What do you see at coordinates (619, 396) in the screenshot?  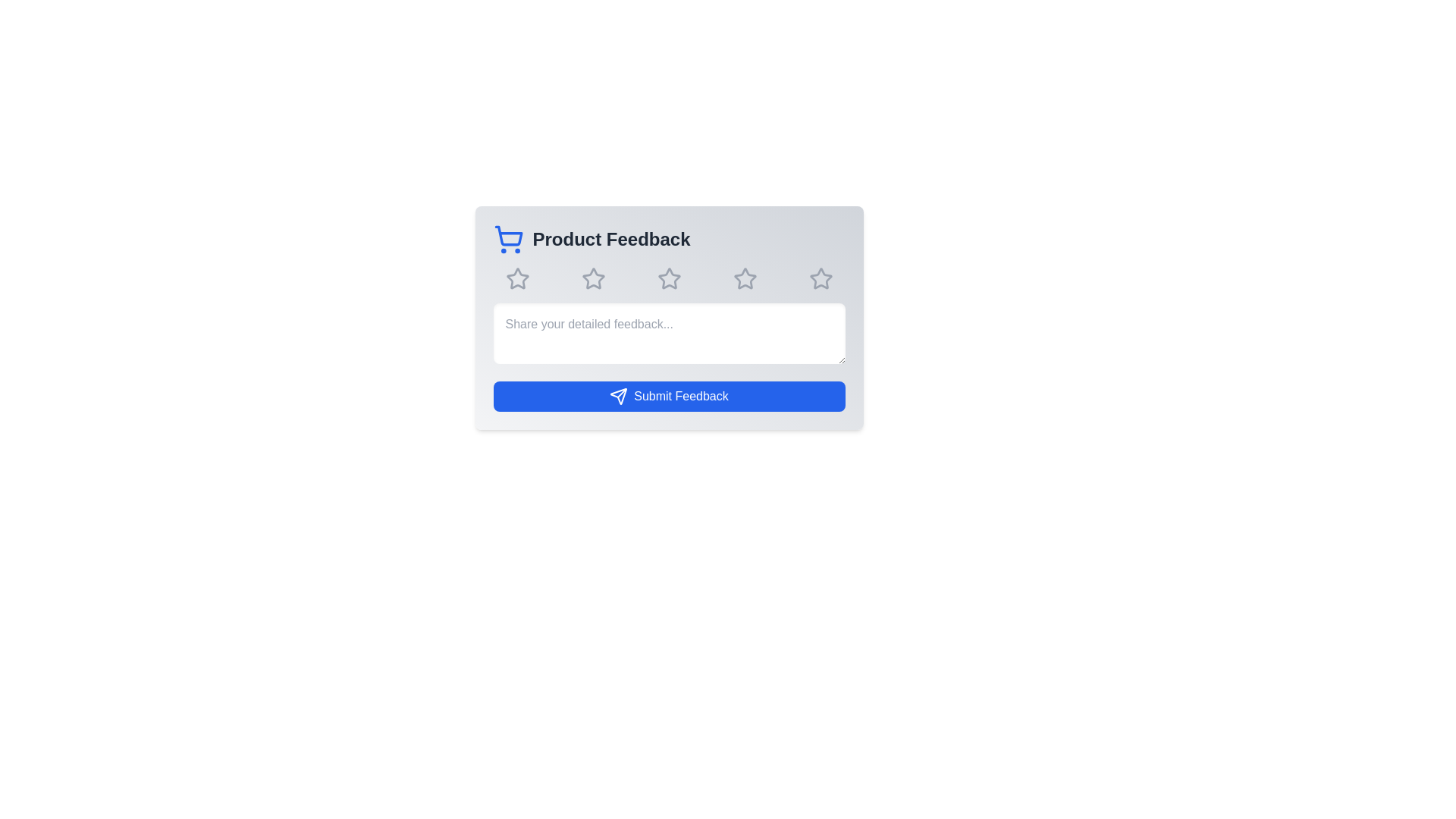 I see `the 'Submit Feedback' button which contains a small graphical icon resembling a stylized paper airplane on the left side of the text label` at bounding box center [619, 396].